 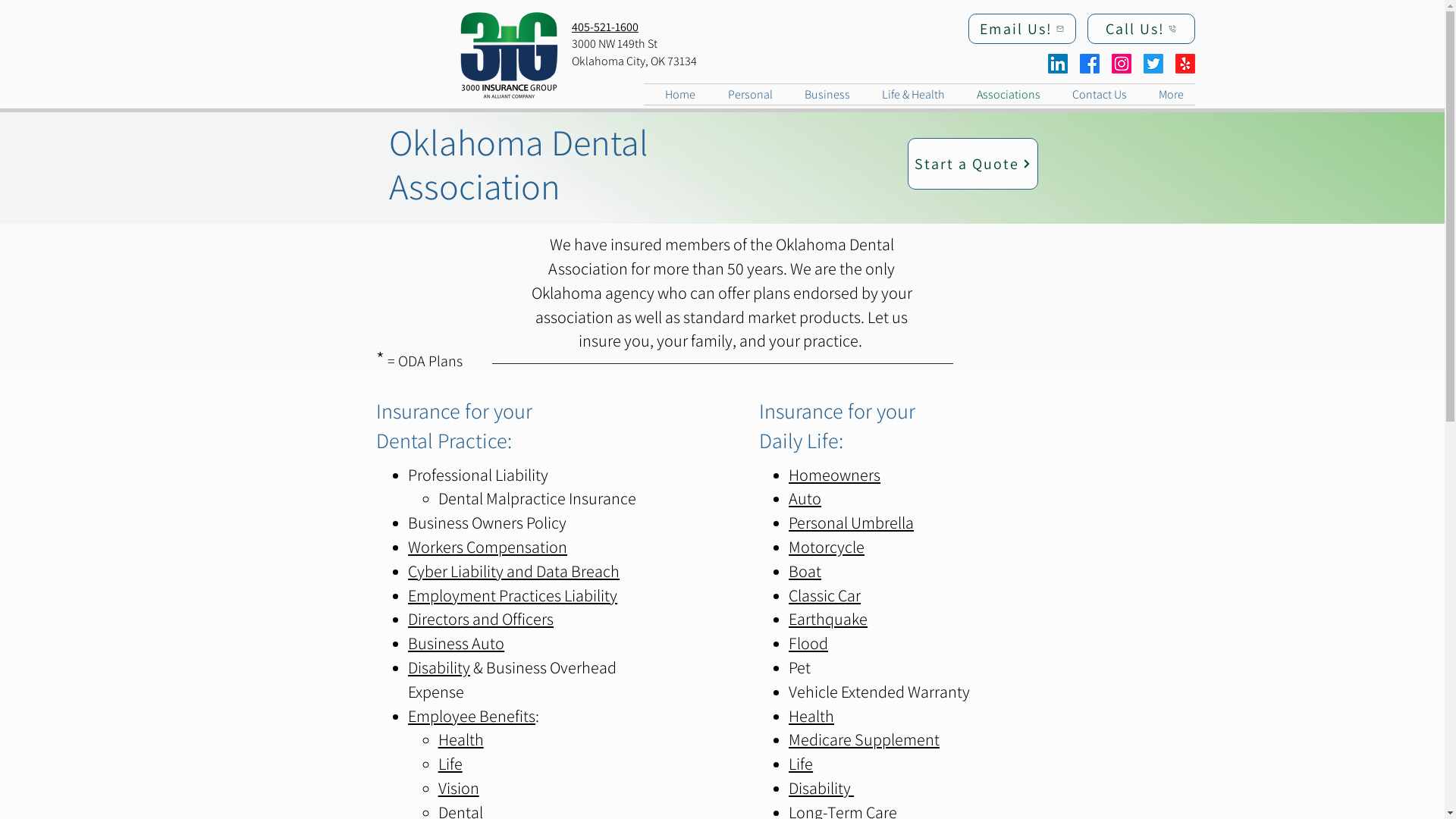 What do you see at coordinates (789, 595) in the screenshot?
I see `'Classic Car'` at bounding box center [789, 595].